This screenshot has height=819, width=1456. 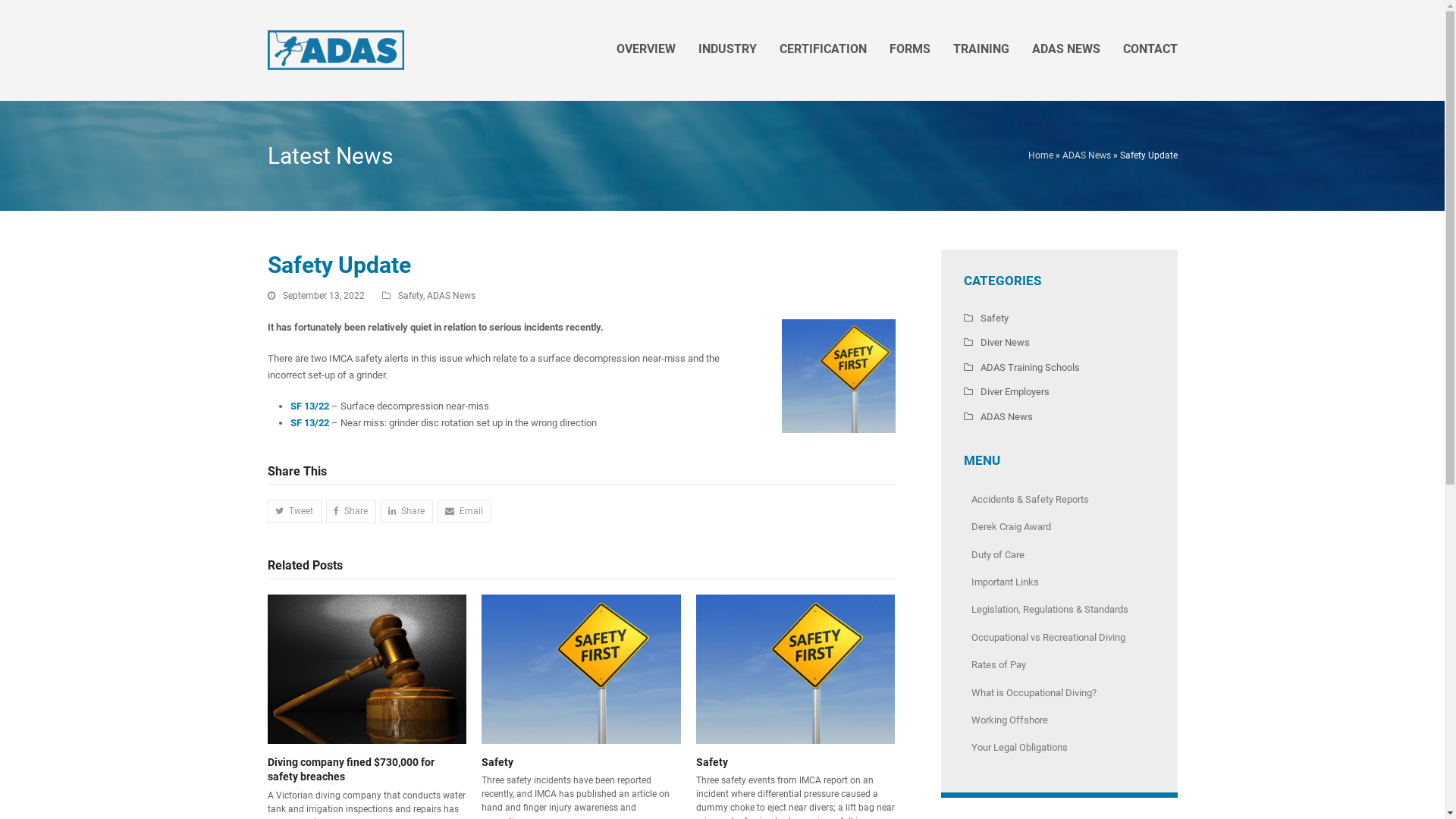 What do you see at coordinates (497, 762) in the screenshot?
I see `'Safety'` at bounding box center [497, 762].